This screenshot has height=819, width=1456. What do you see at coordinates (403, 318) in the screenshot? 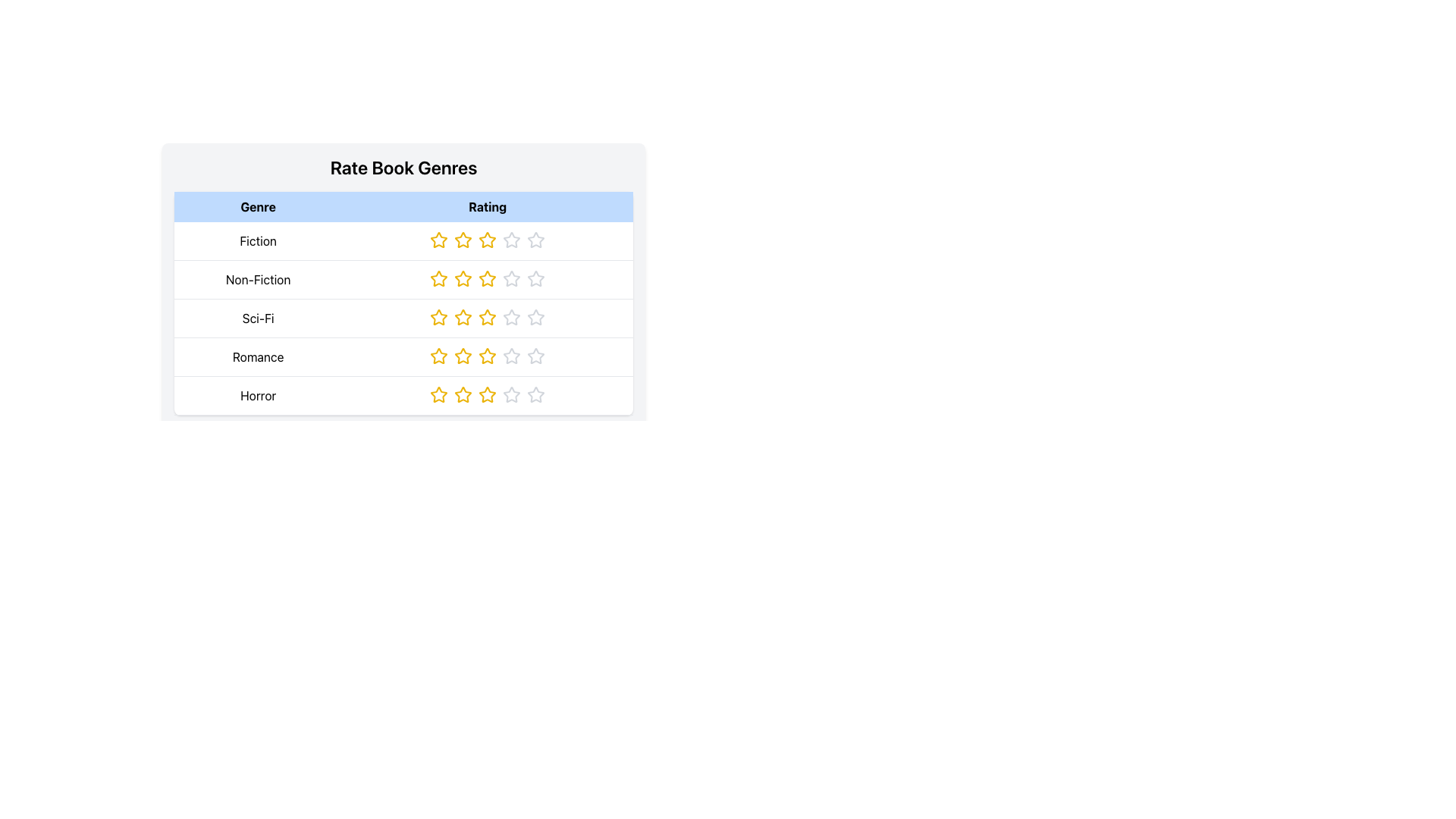
I see `the third row of the table representing the 'Sci-Fi' genre` at bounding box center [403, 318].